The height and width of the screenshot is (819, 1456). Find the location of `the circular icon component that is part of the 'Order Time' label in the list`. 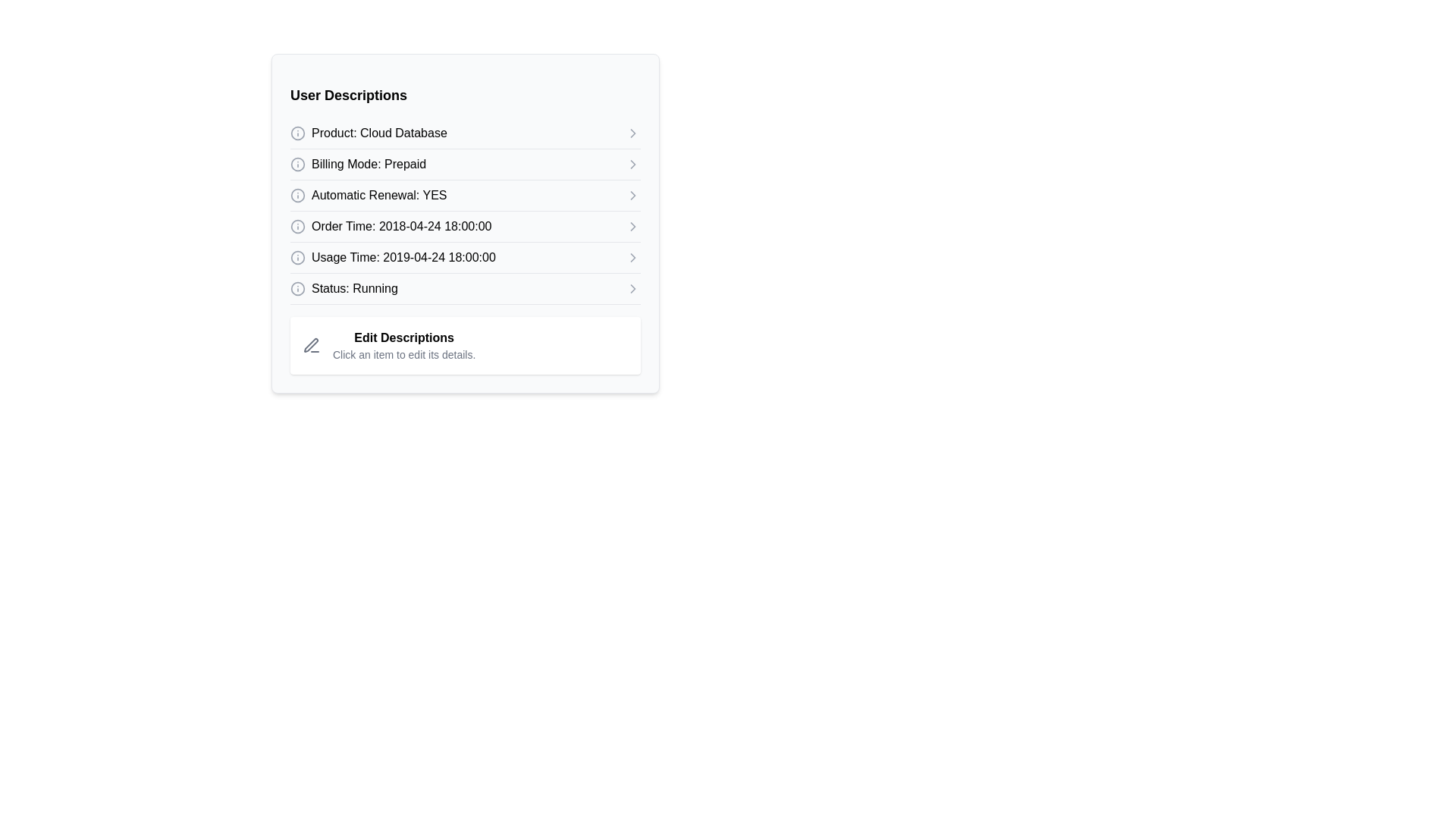

the circular icon component that is part of the 'Order Time' label in the list is located at coordinates (298, 227).